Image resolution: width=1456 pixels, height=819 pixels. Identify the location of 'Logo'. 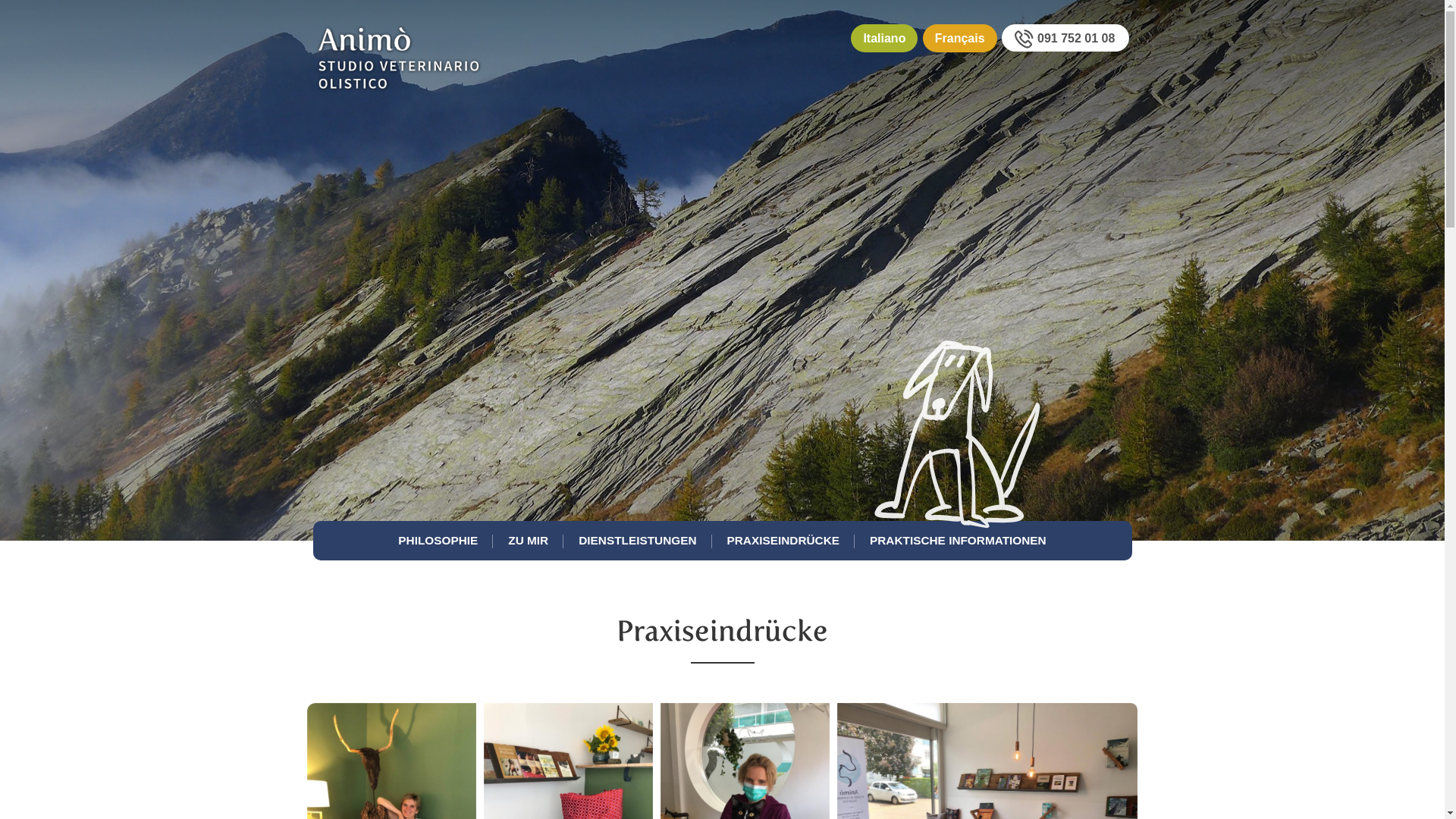
(399, 77).